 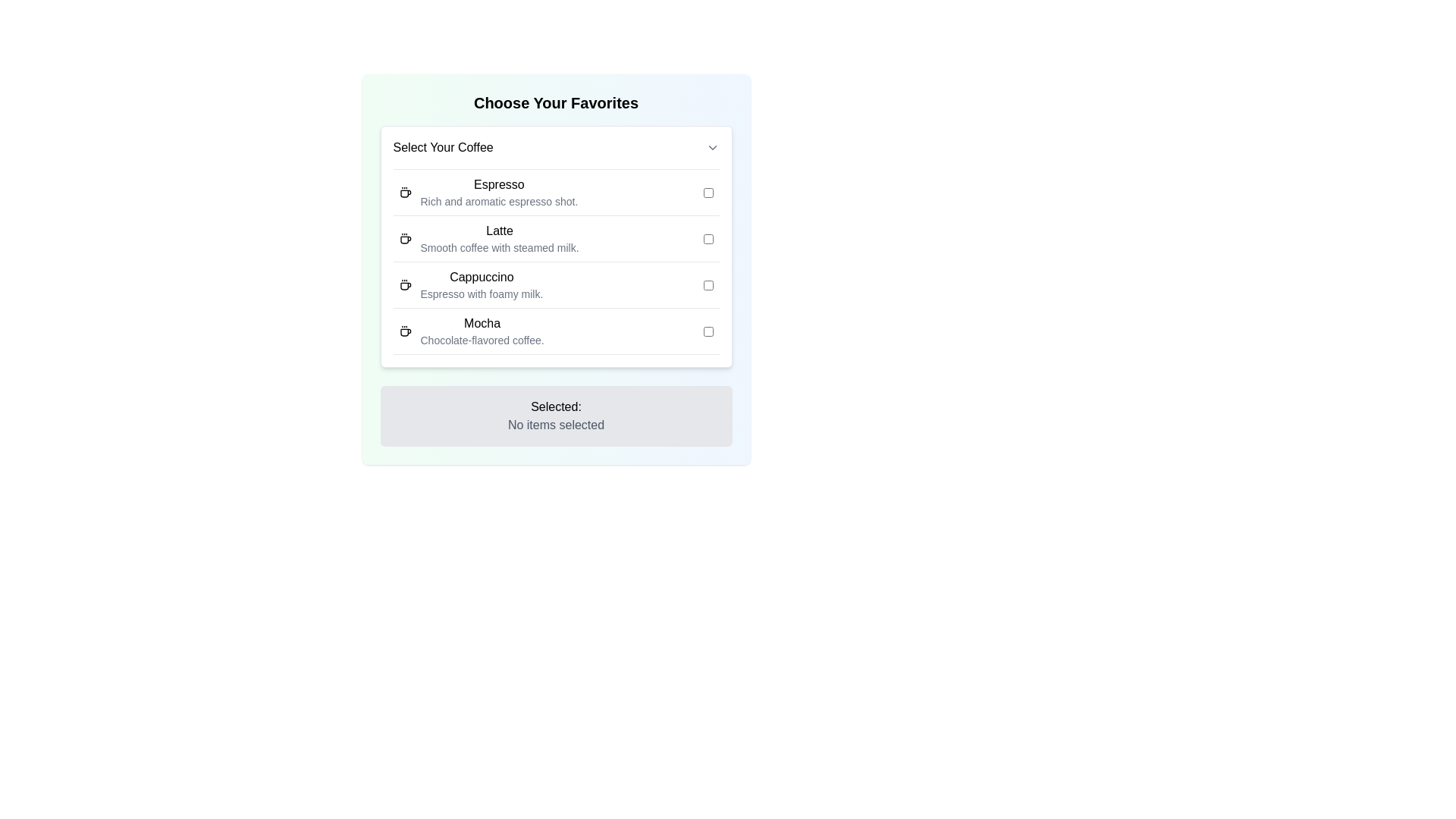 I want to click on the checkbox next to the text 'Latte', so click(x=708, y=239).